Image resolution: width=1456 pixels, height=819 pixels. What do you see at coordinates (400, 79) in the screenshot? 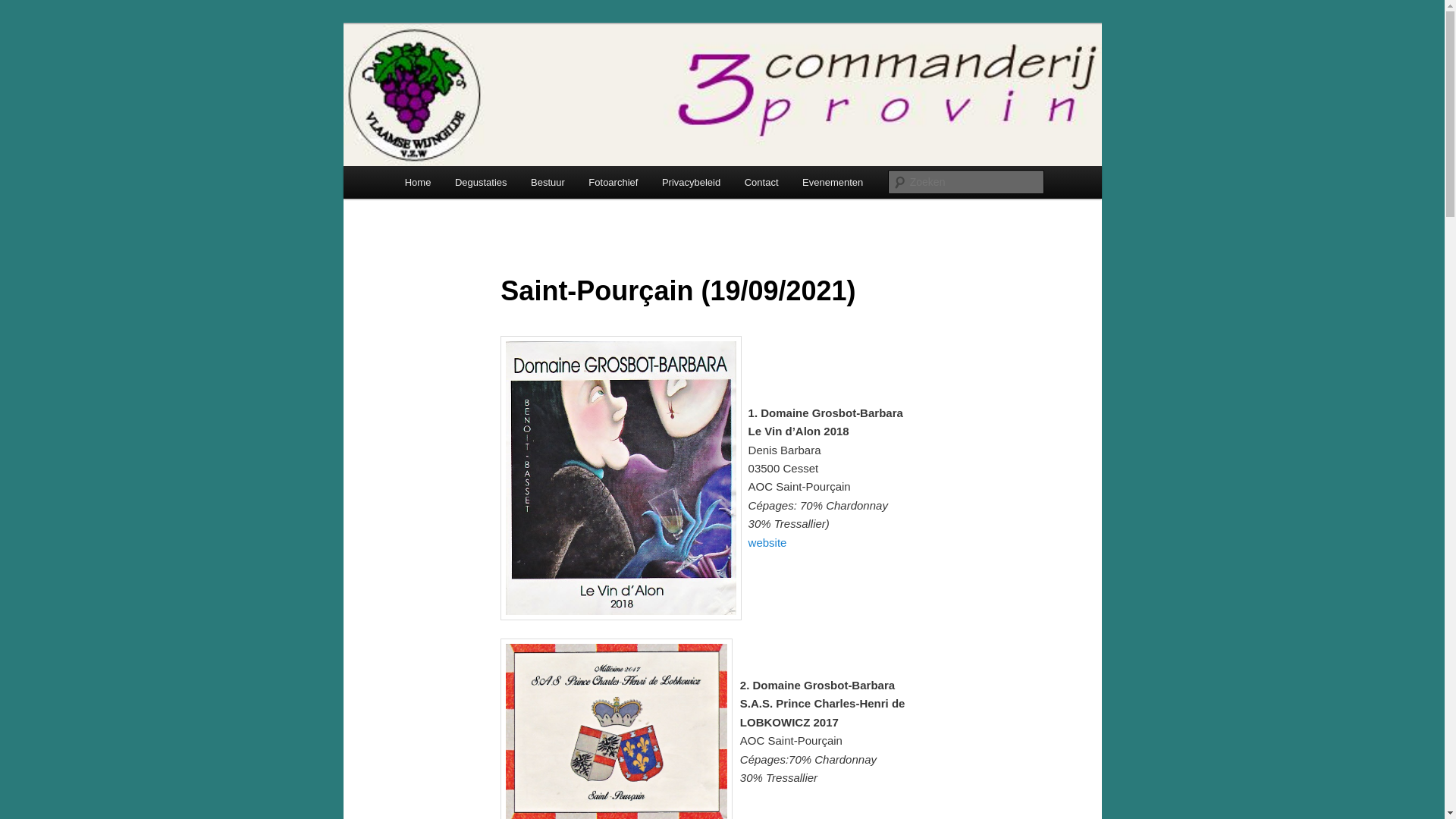
I see `'3ProVin'` at bounding box center [400, 79].